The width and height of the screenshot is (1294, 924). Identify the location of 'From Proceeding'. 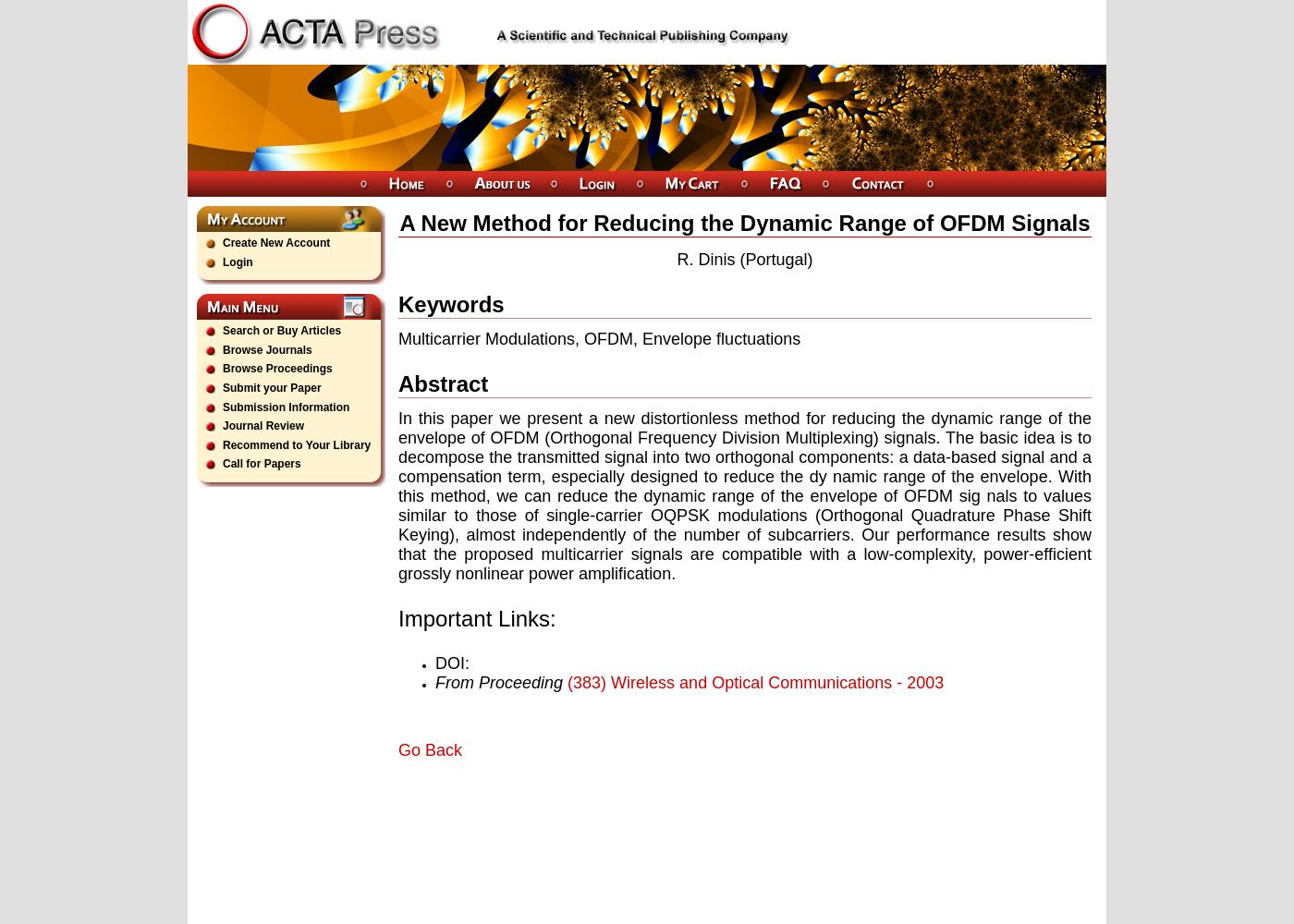
(433, 681).